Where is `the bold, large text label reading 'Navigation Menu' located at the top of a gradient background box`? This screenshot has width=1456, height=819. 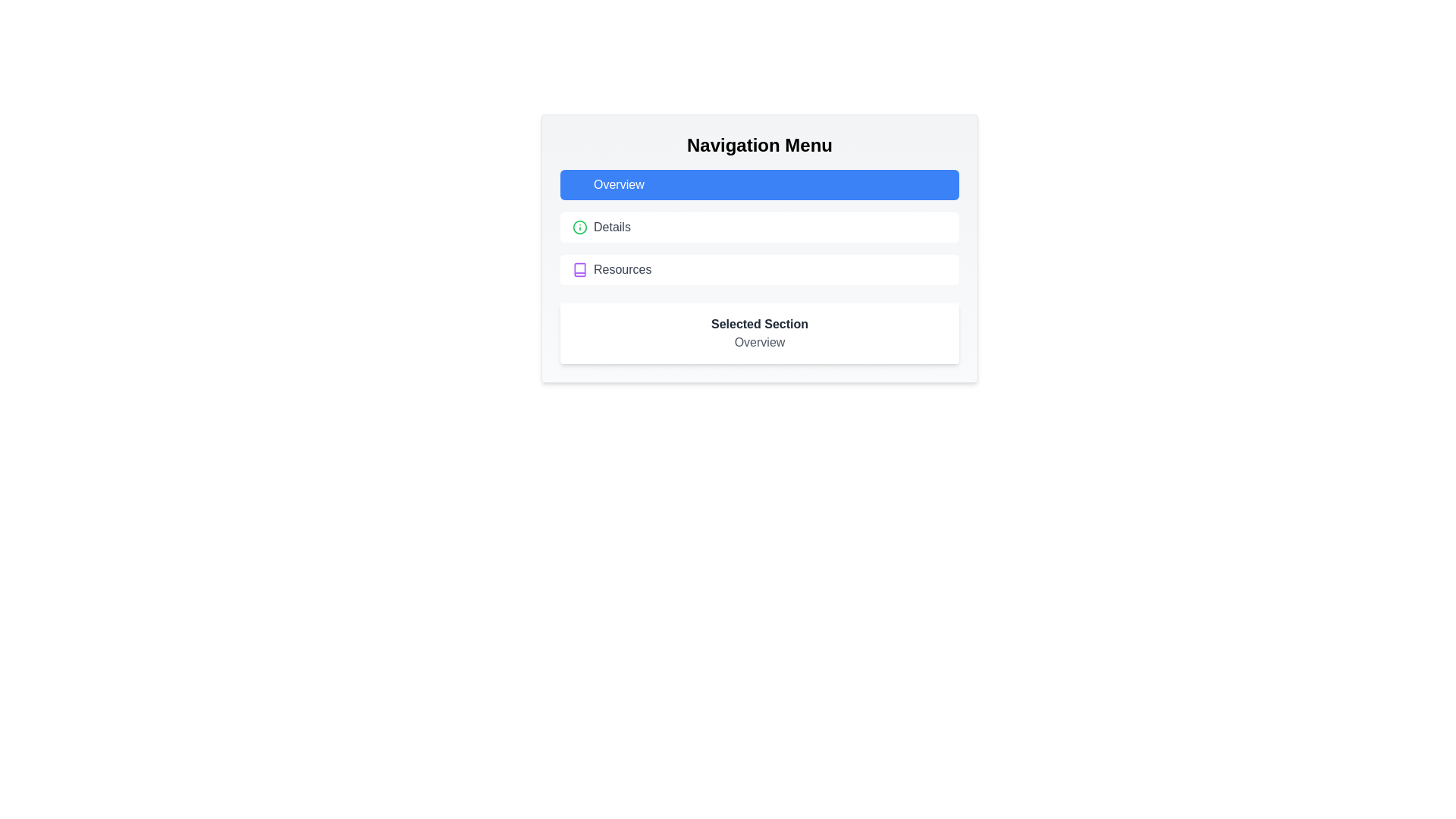 the bold, large text label reading 'Navigation Menu' located at the top of a gradient background box is located at coordinates (760, 146).